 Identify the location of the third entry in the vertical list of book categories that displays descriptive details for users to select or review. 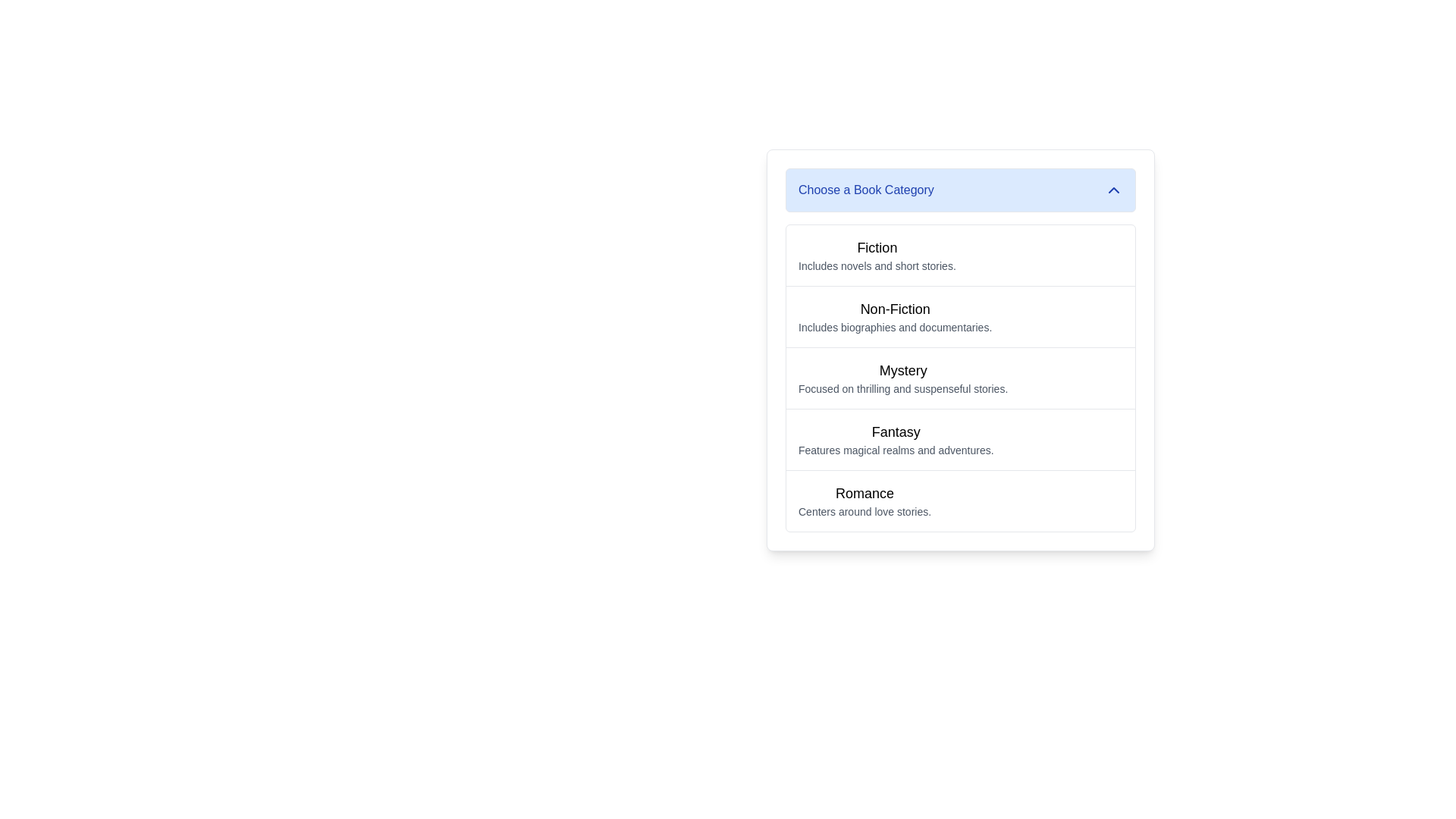
(960, 377).